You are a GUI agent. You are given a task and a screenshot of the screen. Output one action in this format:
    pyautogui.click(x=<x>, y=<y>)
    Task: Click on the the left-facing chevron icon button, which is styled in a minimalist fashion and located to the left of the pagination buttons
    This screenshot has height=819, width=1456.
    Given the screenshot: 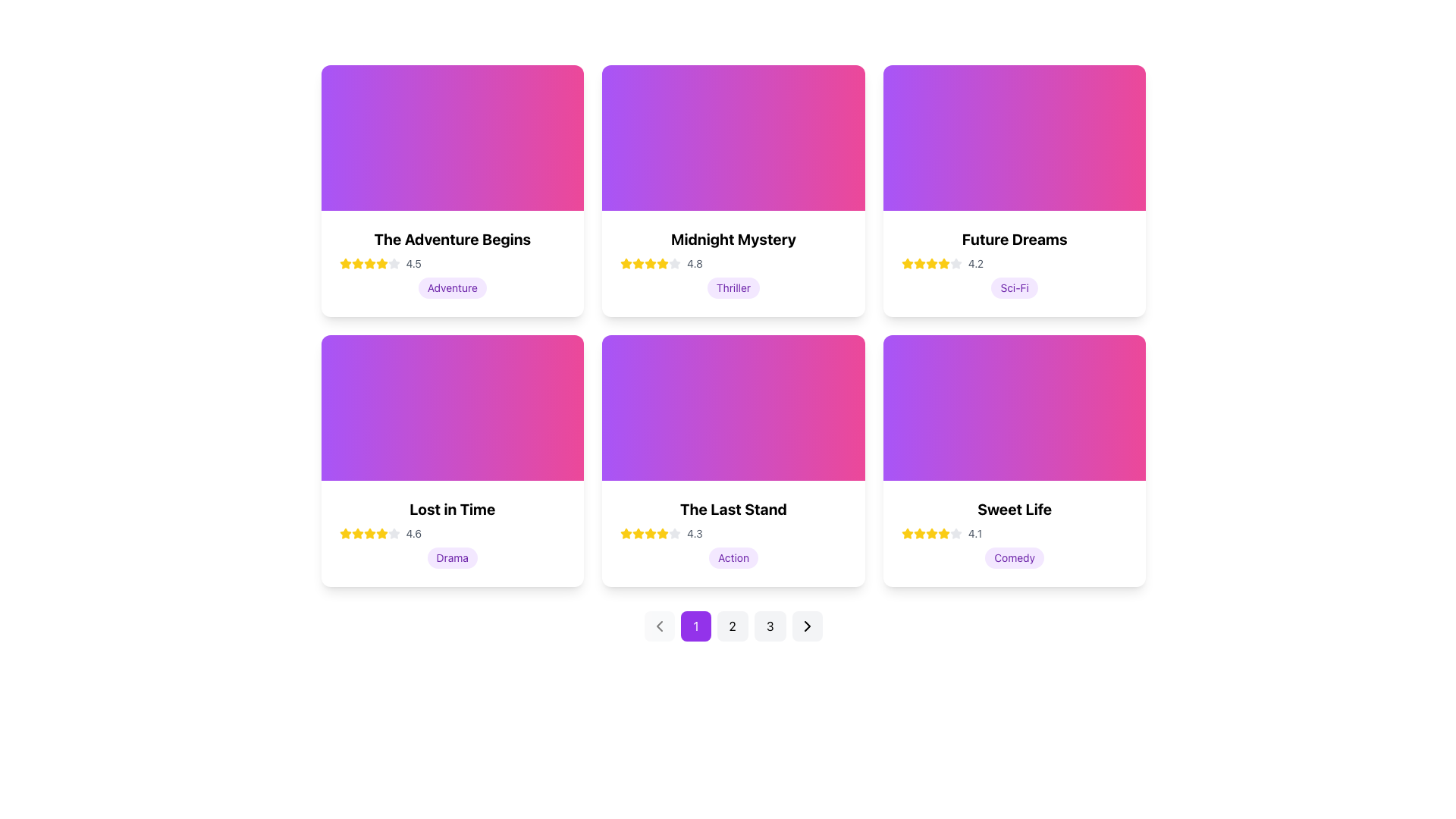 What is the action you would take?
    pyautogui.click(x=660, y=626)
    